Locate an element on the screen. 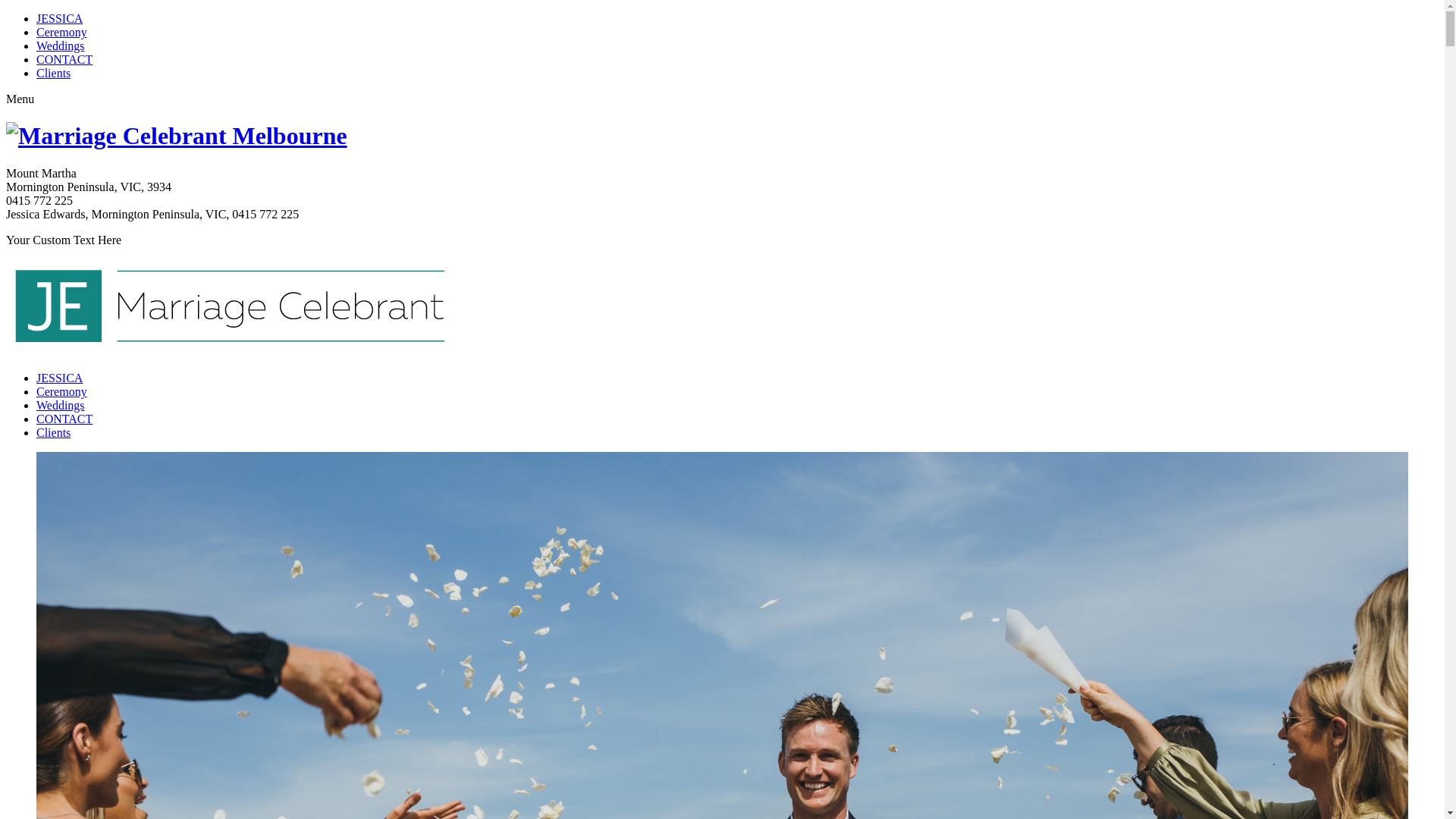 The width and height of the screenshot is (1456, 819). 'Ceremony' is located at coordinates (61, 32).